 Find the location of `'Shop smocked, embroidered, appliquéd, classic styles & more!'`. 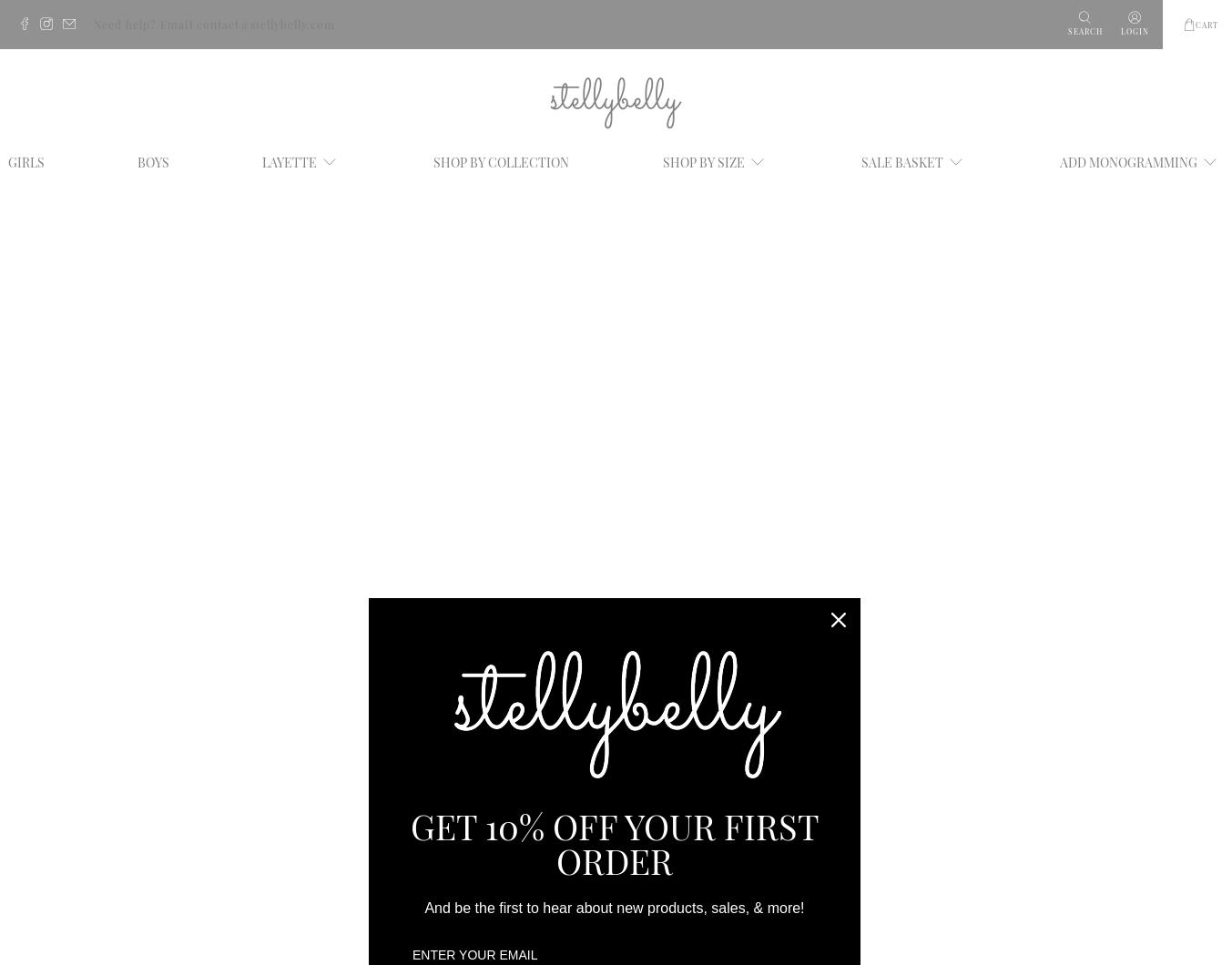

'Shop smocked, embroidered, appliquéd, classic styles & more!' is located at coordinates (252, 743).